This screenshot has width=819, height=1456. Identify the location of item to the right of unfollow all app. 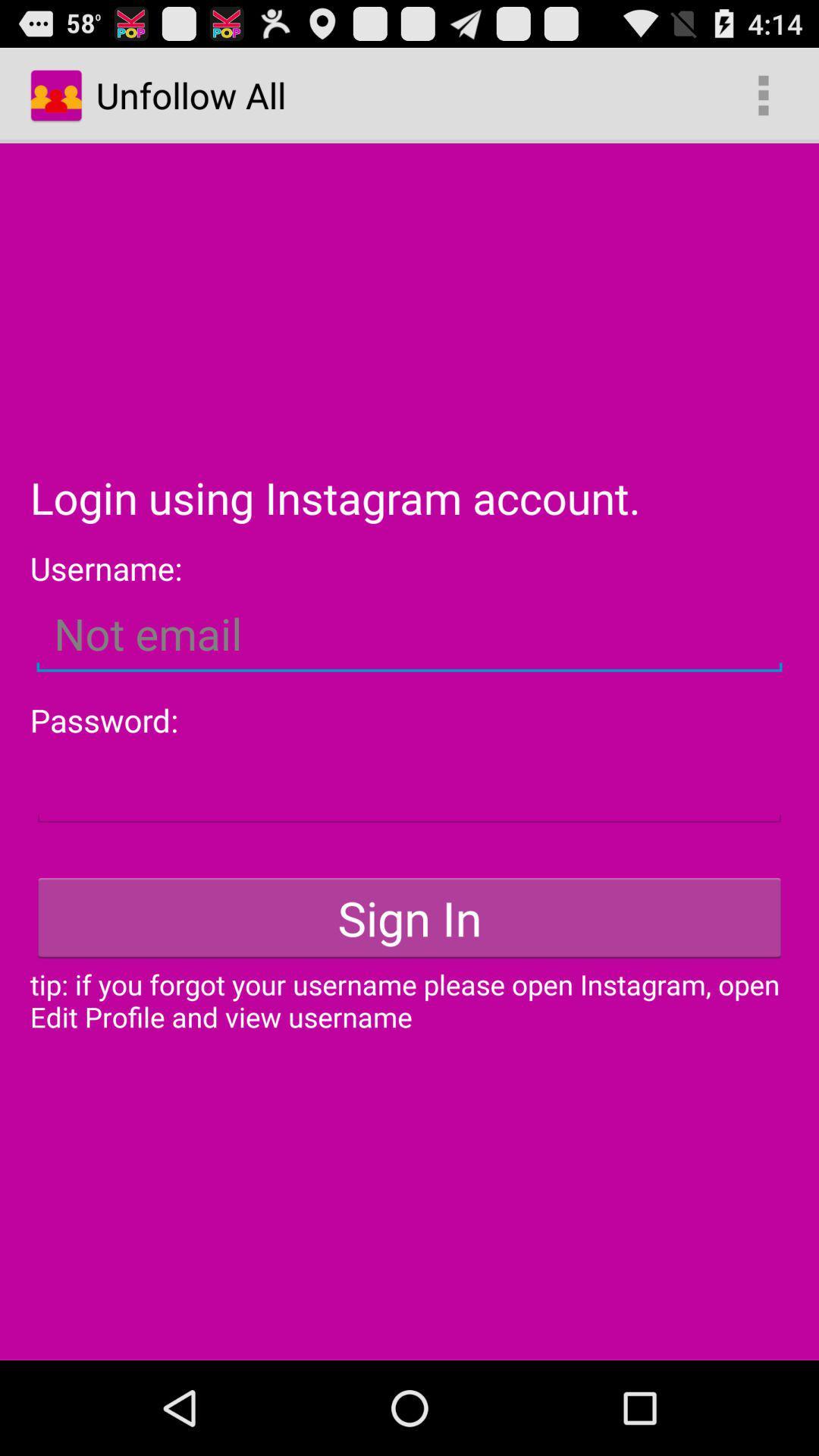
(763, 94).